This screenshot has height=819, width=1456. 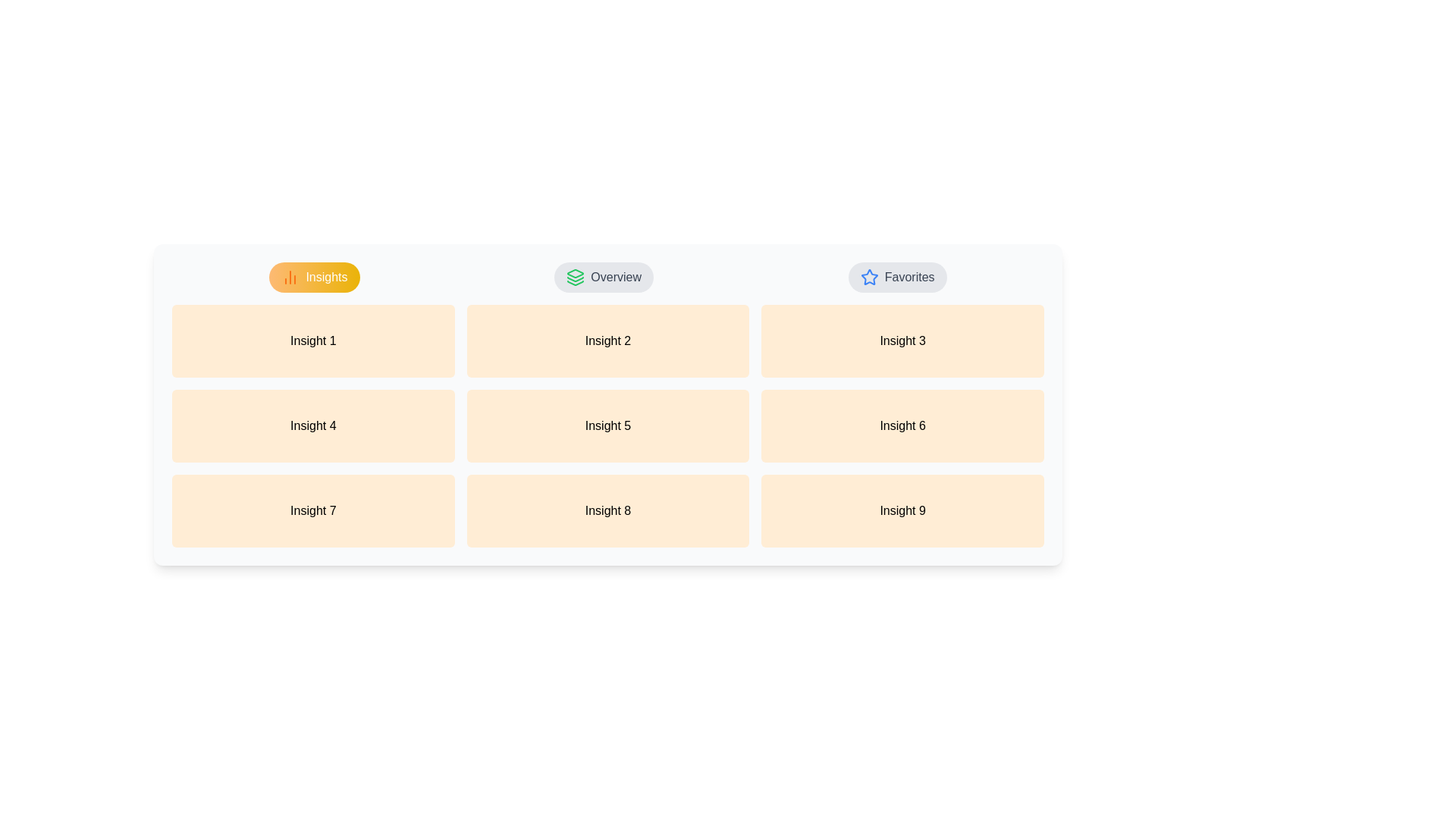 What do you see at coordinates (603, 278) in the screenshot?
I see `the Overview tab by clicking on its respective button` at bounding box center [603, 278].